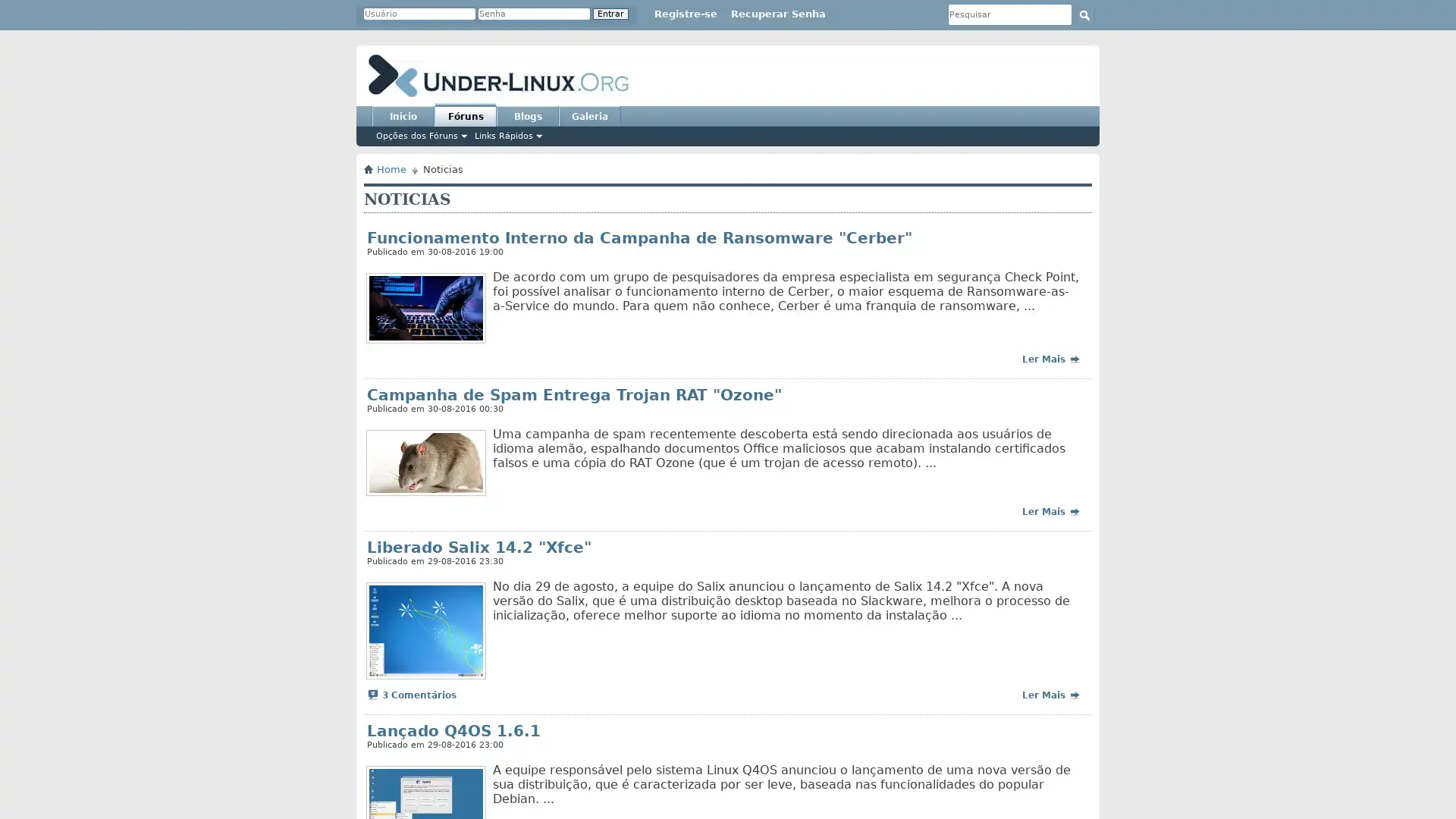  I want to click on Entrar, so click(610, 14).